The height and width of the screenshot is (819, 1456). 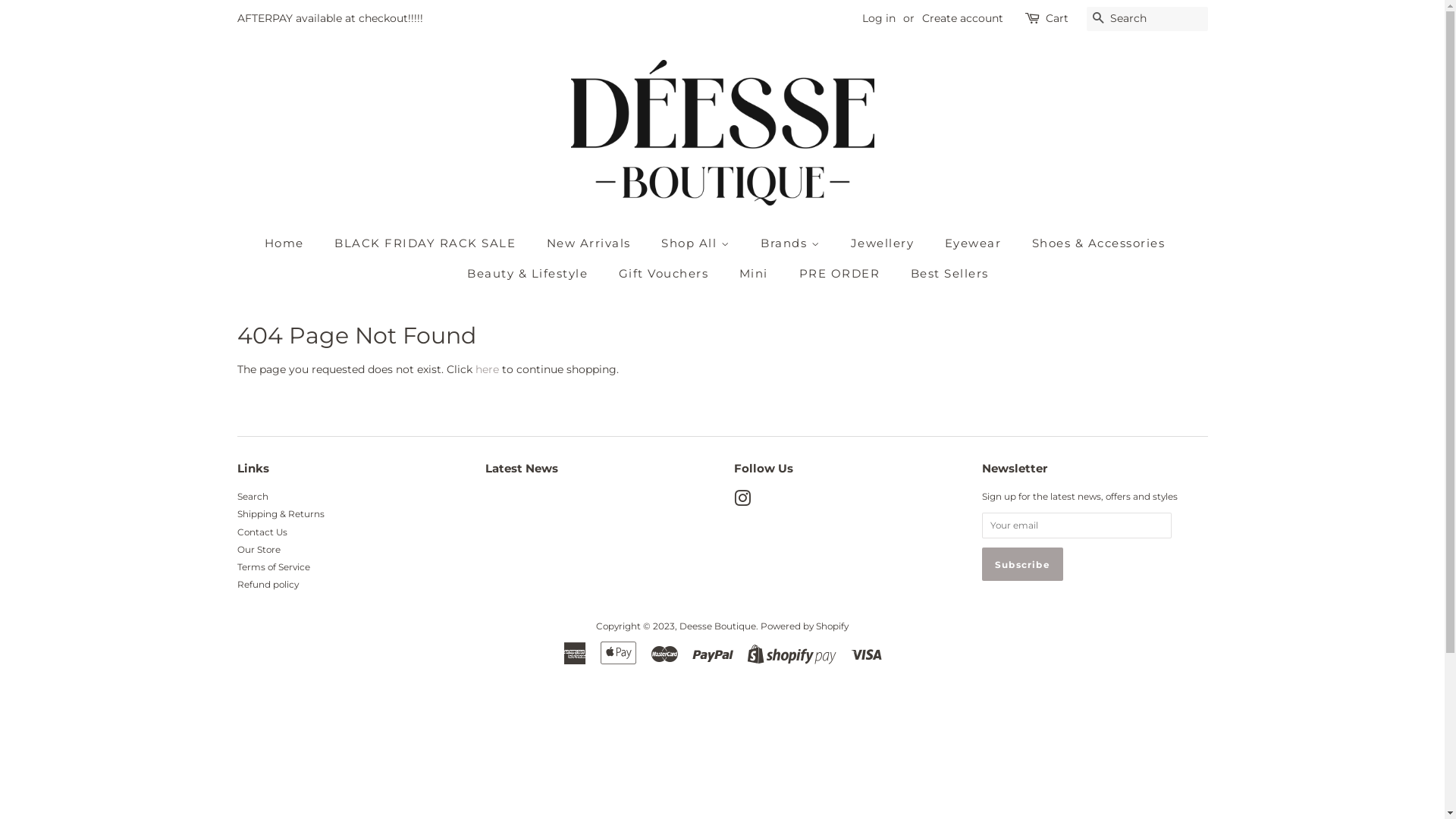 What do you see at coordinates (749, 242) in the screenshot?
I see `'Brands'` at bounding box center [749, 242].